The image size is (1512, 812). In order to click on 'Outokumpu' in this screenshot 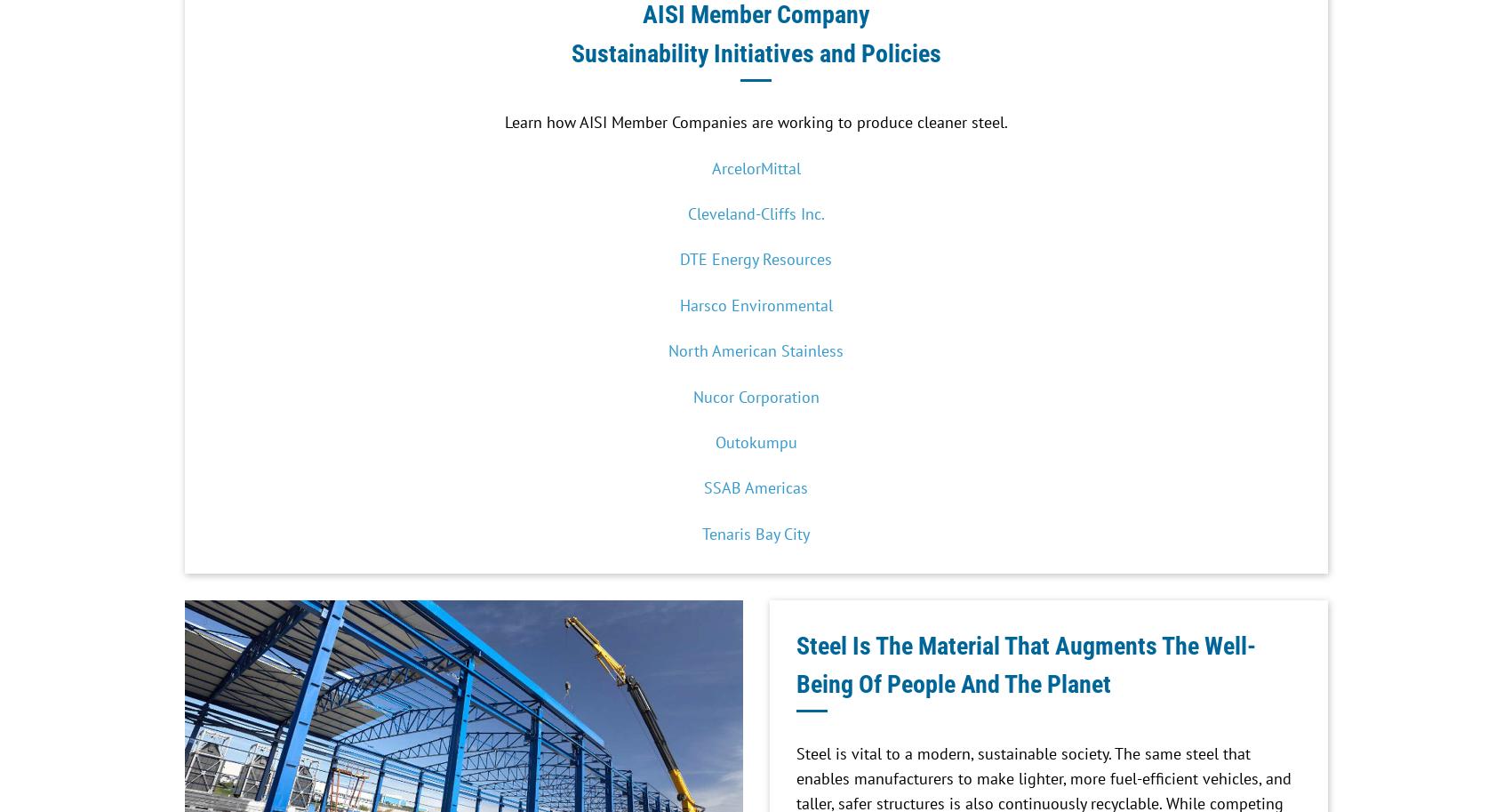, I will do `click(755, 440)`.